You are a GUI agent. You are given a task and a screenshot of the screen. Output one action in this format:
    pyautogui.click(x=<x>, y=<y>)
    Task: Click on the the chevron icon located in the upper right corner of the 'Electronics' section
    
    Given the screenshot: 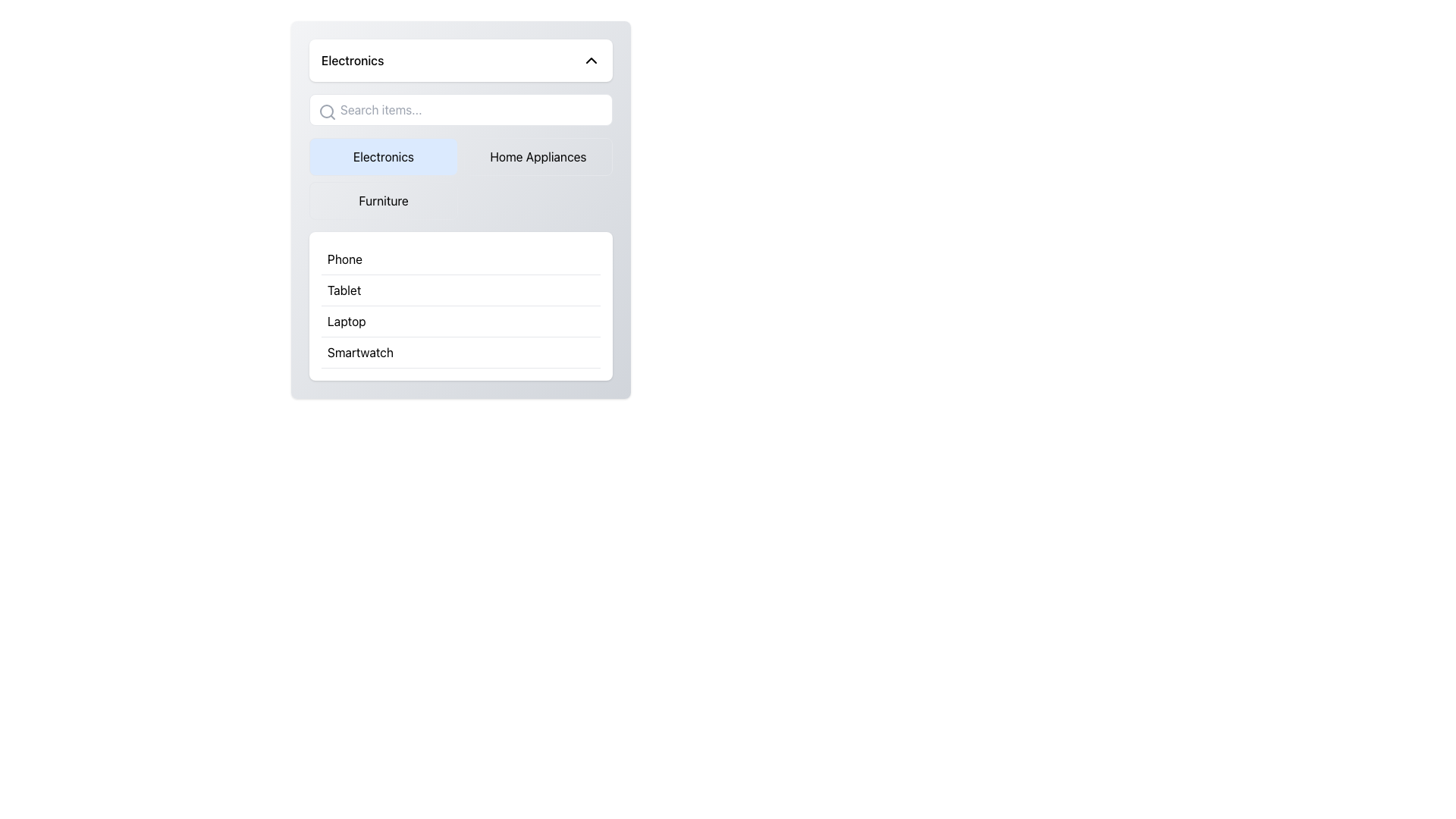 What is the action you would take?
    pyautogui.click(x=590, y=60)
    